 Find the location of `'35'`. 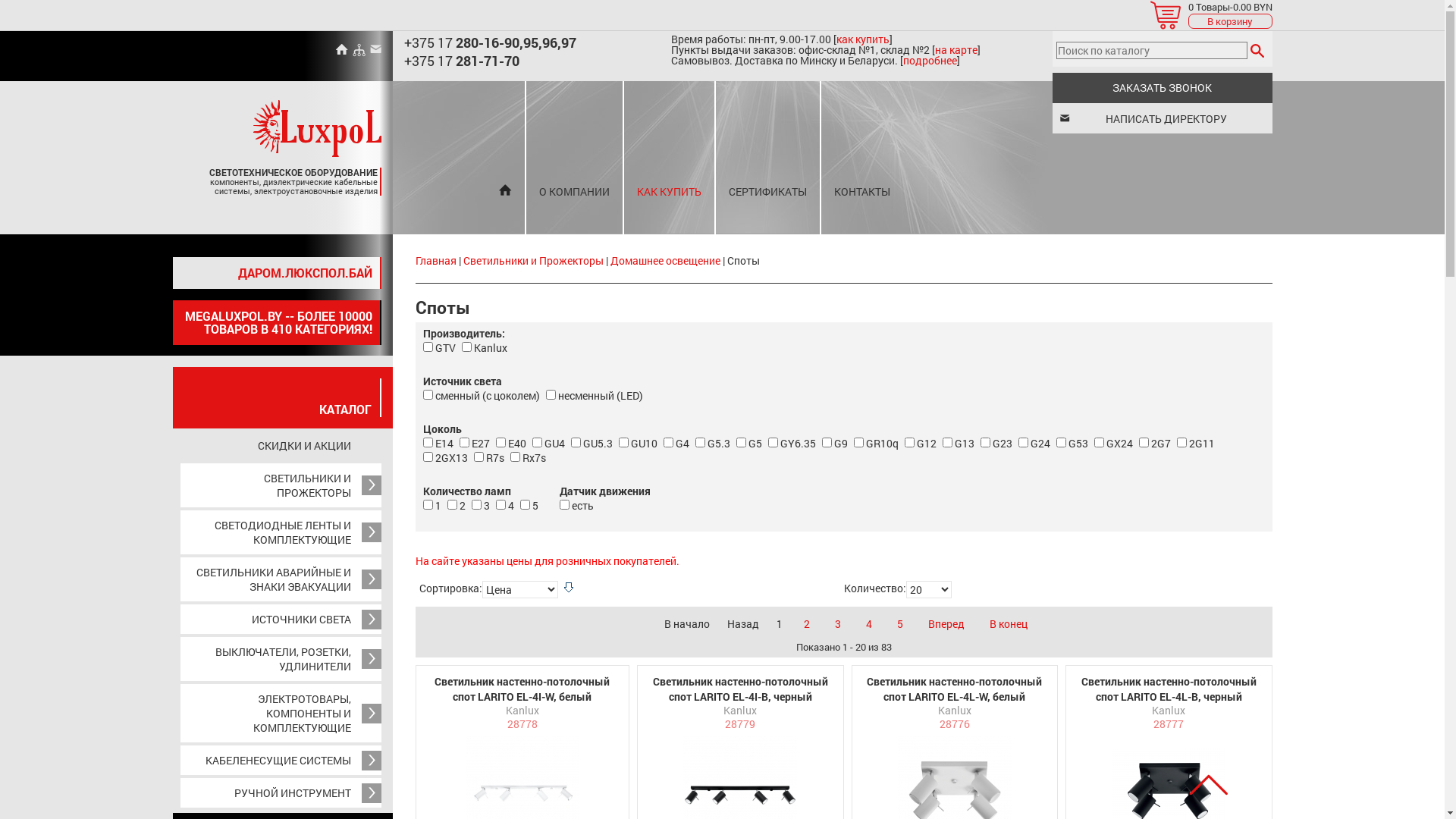

'35' is located at coordinates (477, 456).